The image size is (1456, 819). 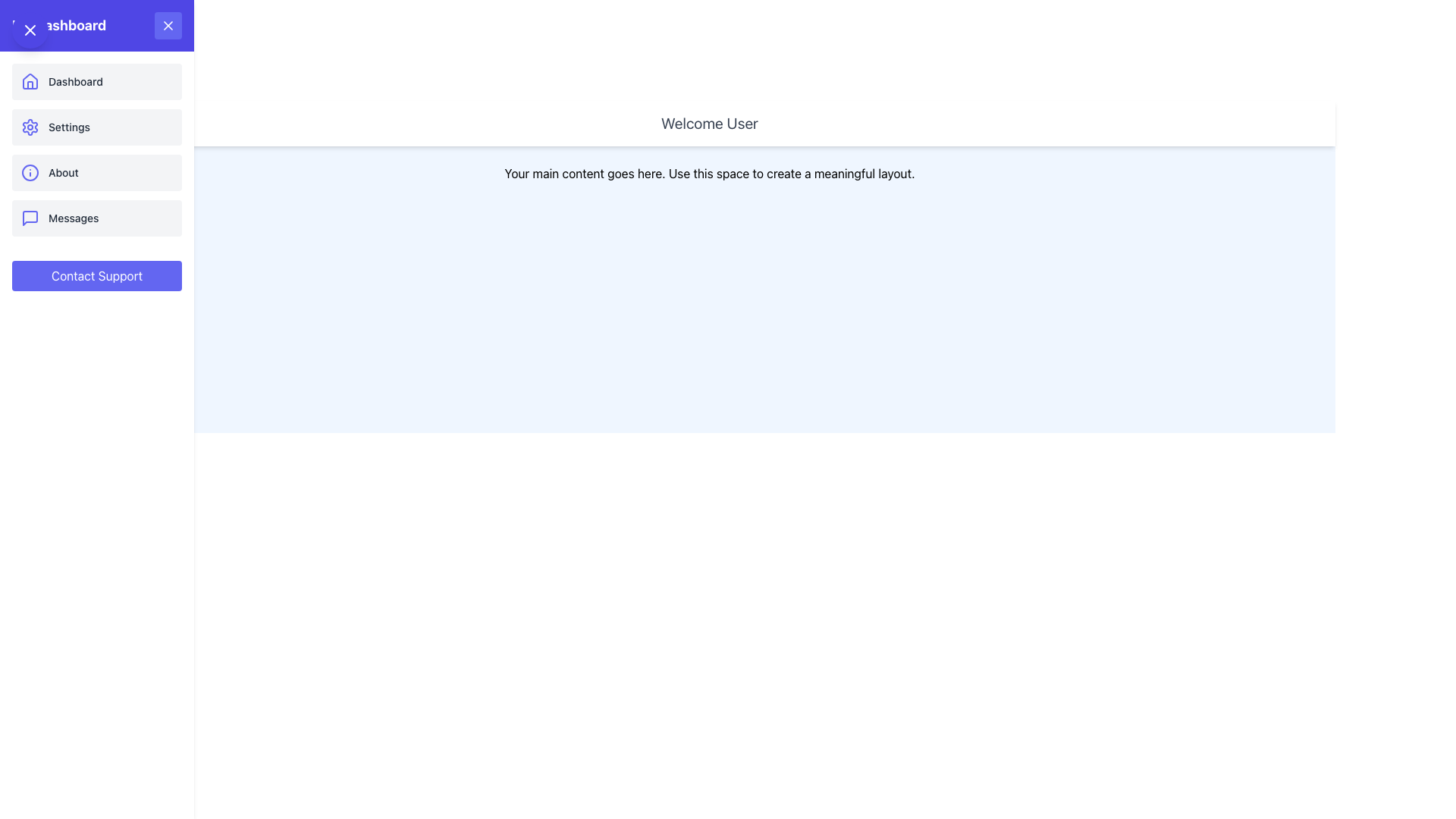 I want to click on the decorative door component of the house icon located in the sidebar, which is the first icon in the list, so click(x=30, y=85).